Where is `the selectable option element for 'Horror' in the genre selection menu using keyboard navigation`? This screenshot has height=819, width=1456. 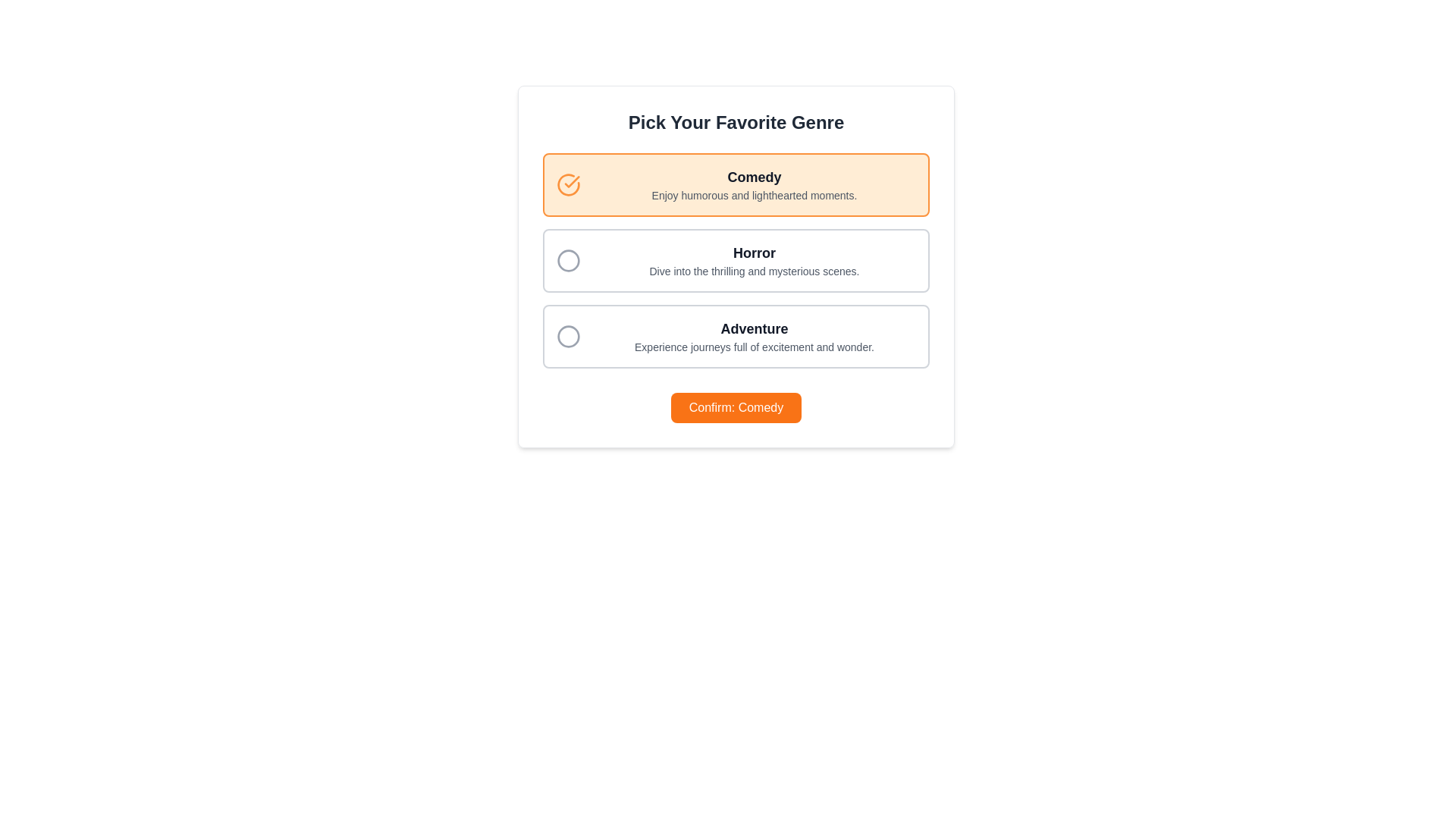 the selectable option element for 'Horror' in the genre selection menu using keyboard navigation is located at coordinates (736, 259).